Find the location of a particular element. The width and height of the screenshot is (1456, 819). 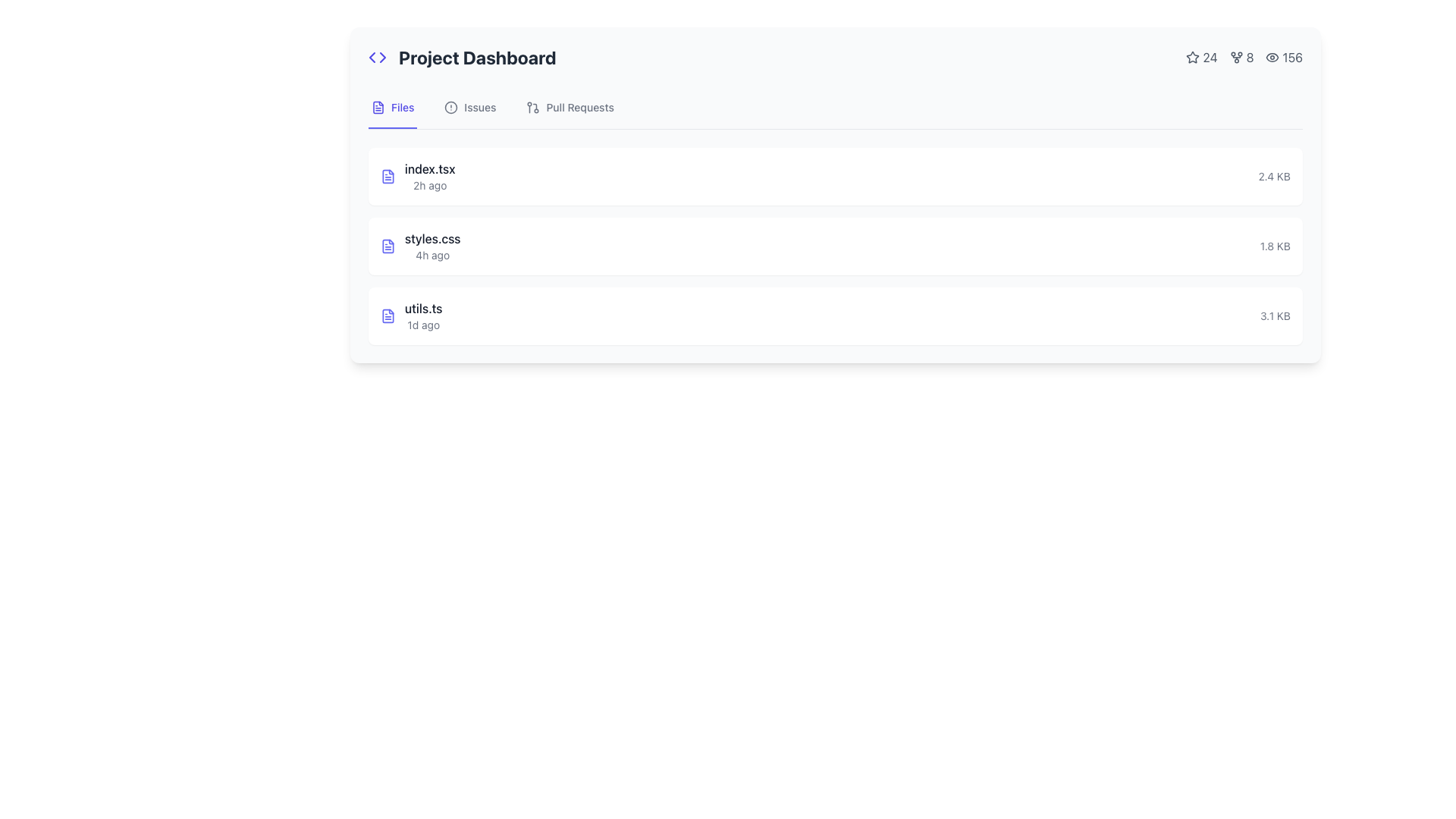

the third file card in the 'Files' section is located at coordinates (835, 315).